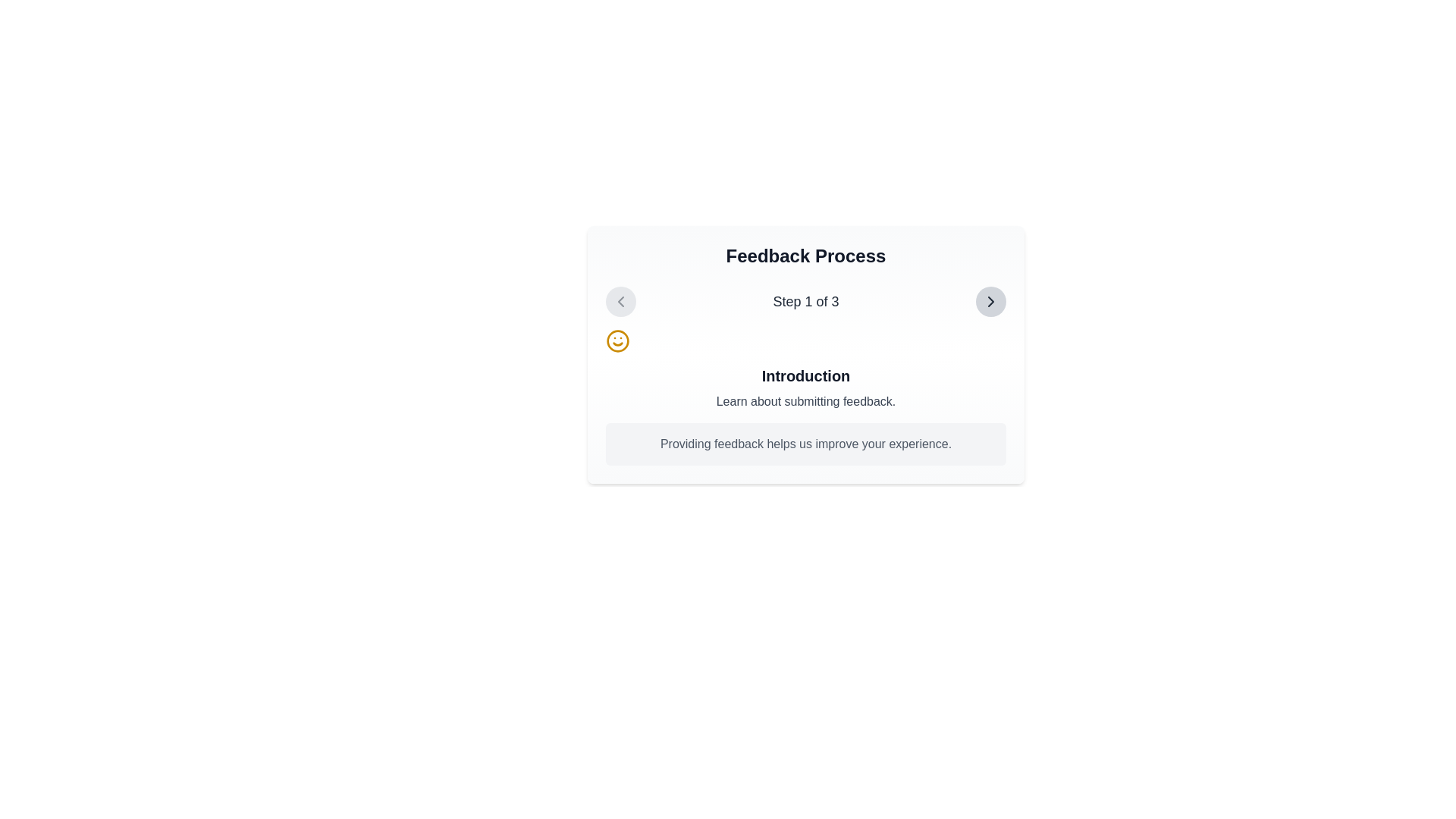 The width and height of the screenshot is (1456, 819). Describe the element at coordinates (990, 301) in the screenshot. I see `the forward chevron icon located in the top-right corner of the feedback step interface` at that location.